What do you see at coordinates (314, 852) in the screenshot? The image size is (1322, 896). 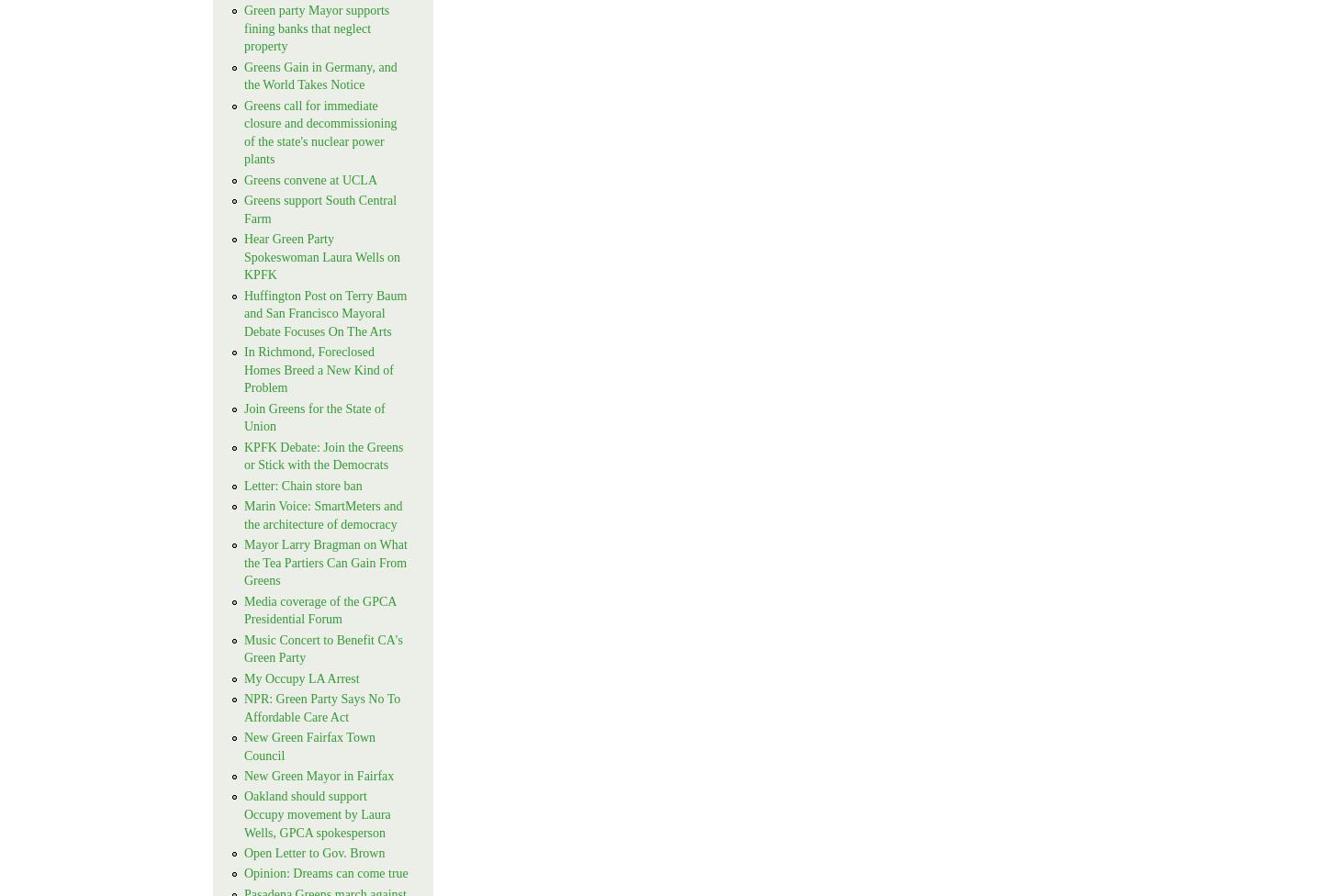 I see `'Open Letter to Gov. Brown'` at bounding box center [314, 852].